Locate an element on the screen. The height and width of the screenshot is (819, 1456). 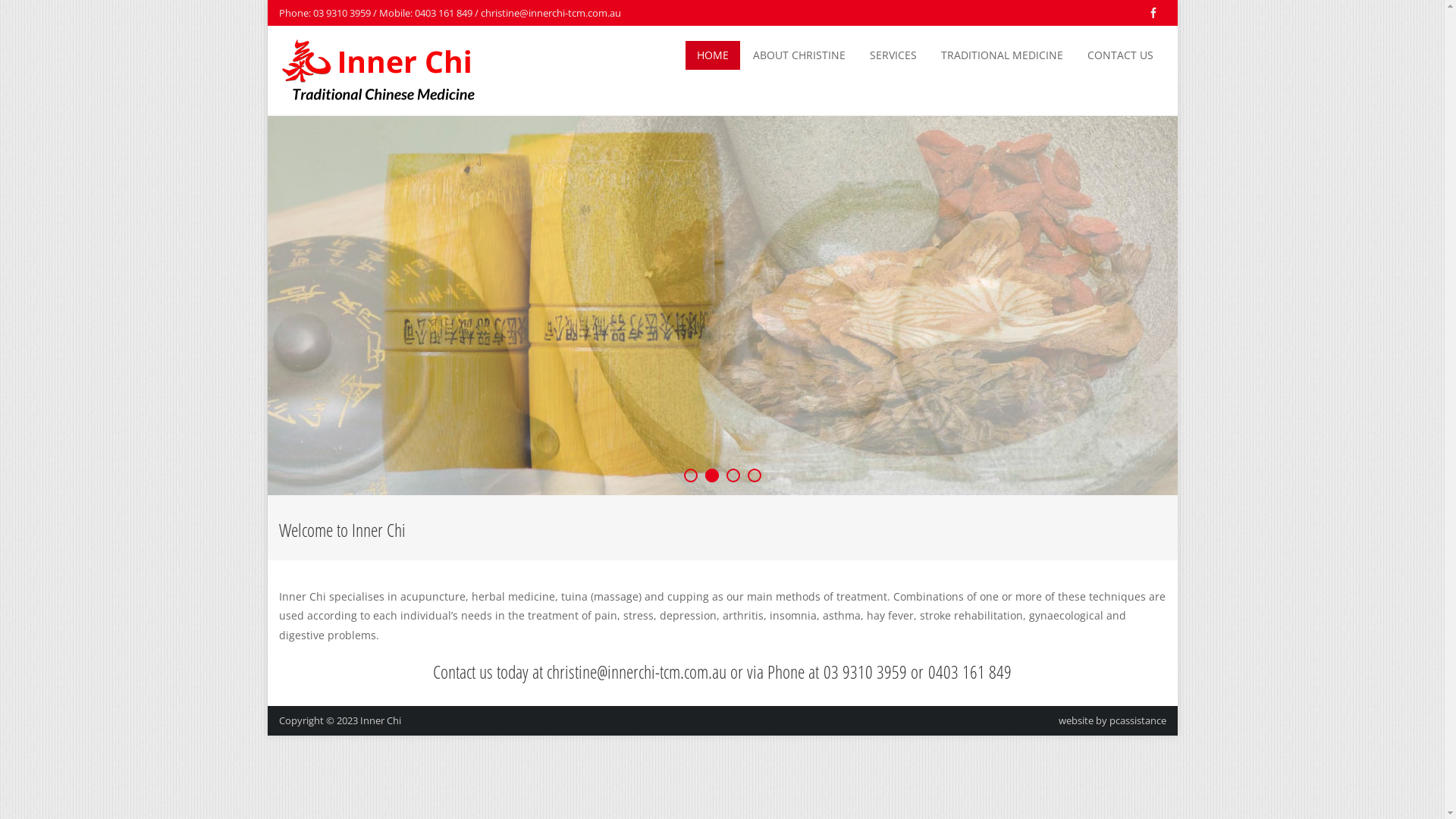
'ABOUT CHRISTINE' is located at coordinates (799, 55).